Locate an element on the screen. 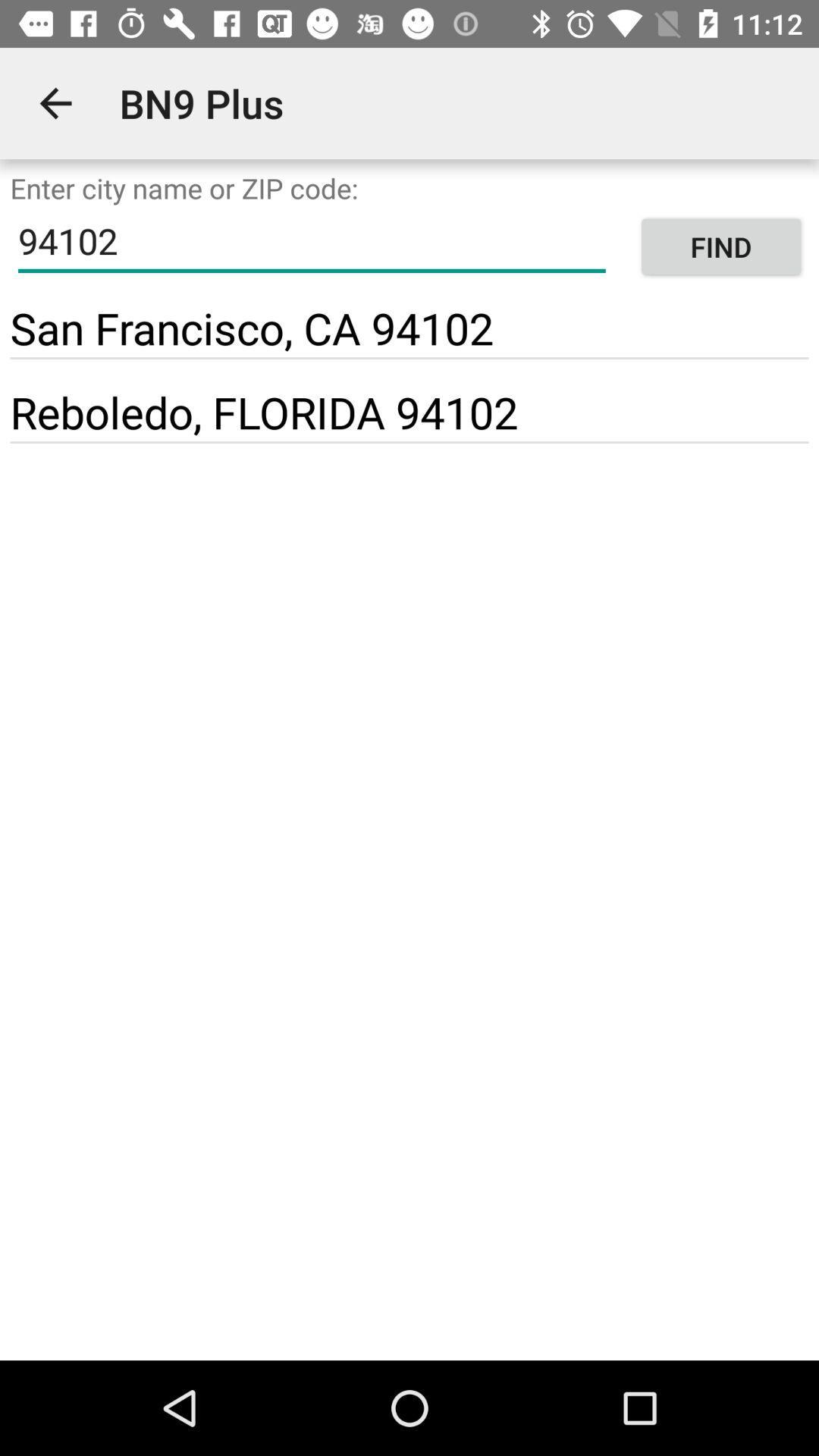 The height and width of the screenshot is (1456, 819). item next to bn9 plus item is located at coordinates (55, 102).